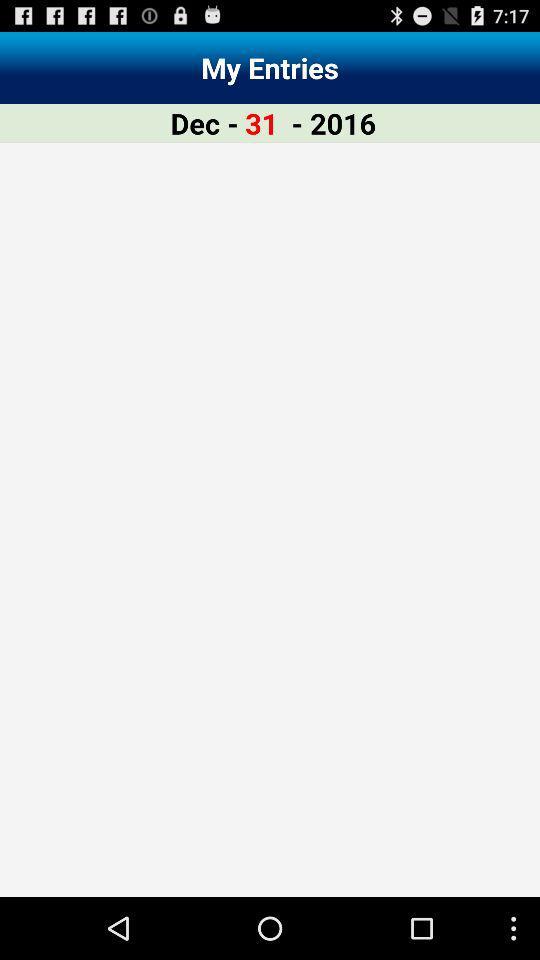 The height and width of the screenshot is (960, 540). Describe the element at coordinates (261, 122) in the screenshot. I see `the 31 icon` at that location.